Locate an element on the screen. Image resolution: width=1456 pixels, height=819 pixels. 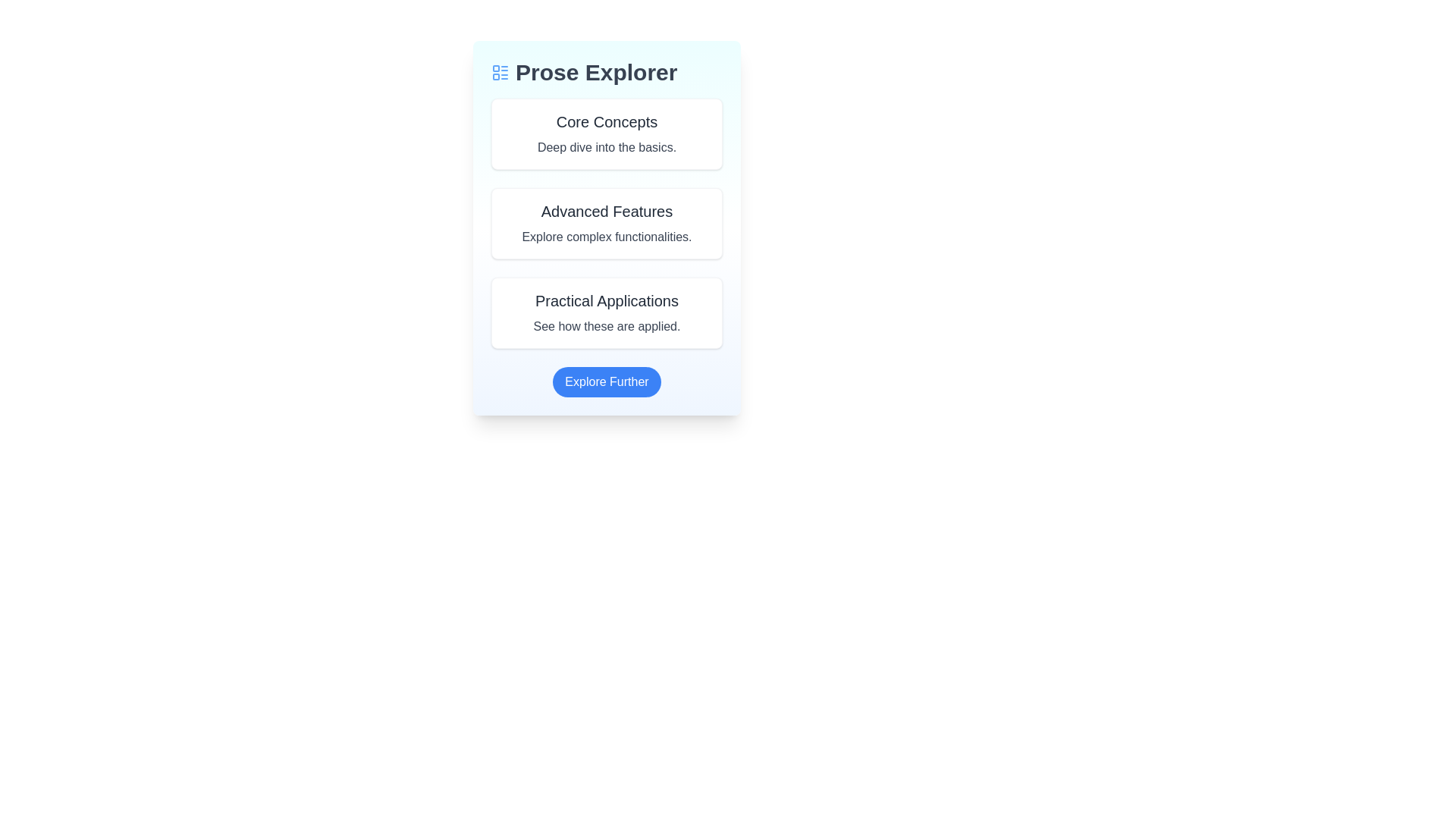
the navigation button located at the bottom center of the 'Prose Explorer' panel to observe the color change effect is located at coordinates (607, 381).